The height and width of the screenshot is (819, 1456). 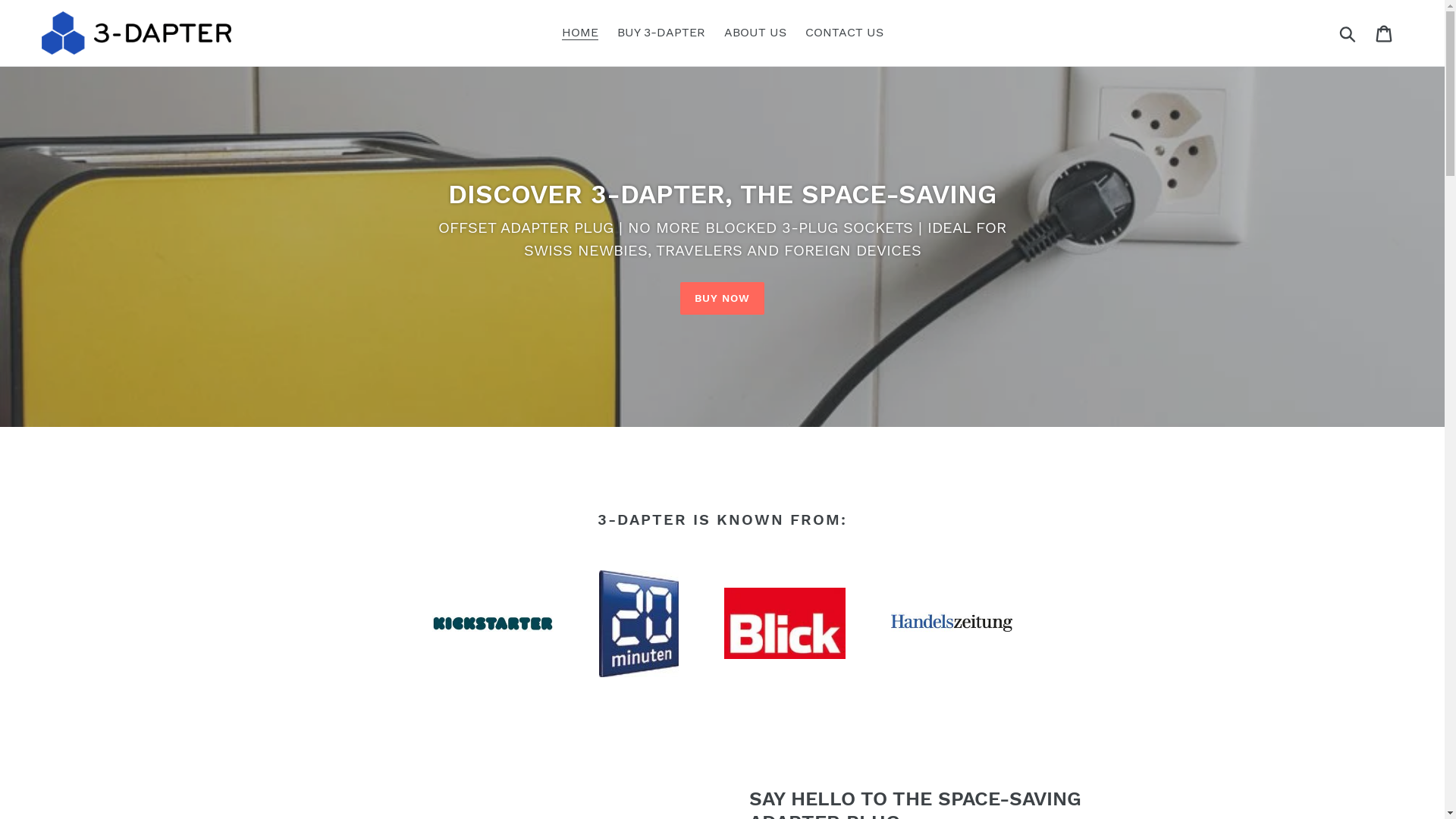 What do you see at coordinates (796, 32) in the screenshot?
I see `'CONTACT US'` at bounding box center [796, 32].